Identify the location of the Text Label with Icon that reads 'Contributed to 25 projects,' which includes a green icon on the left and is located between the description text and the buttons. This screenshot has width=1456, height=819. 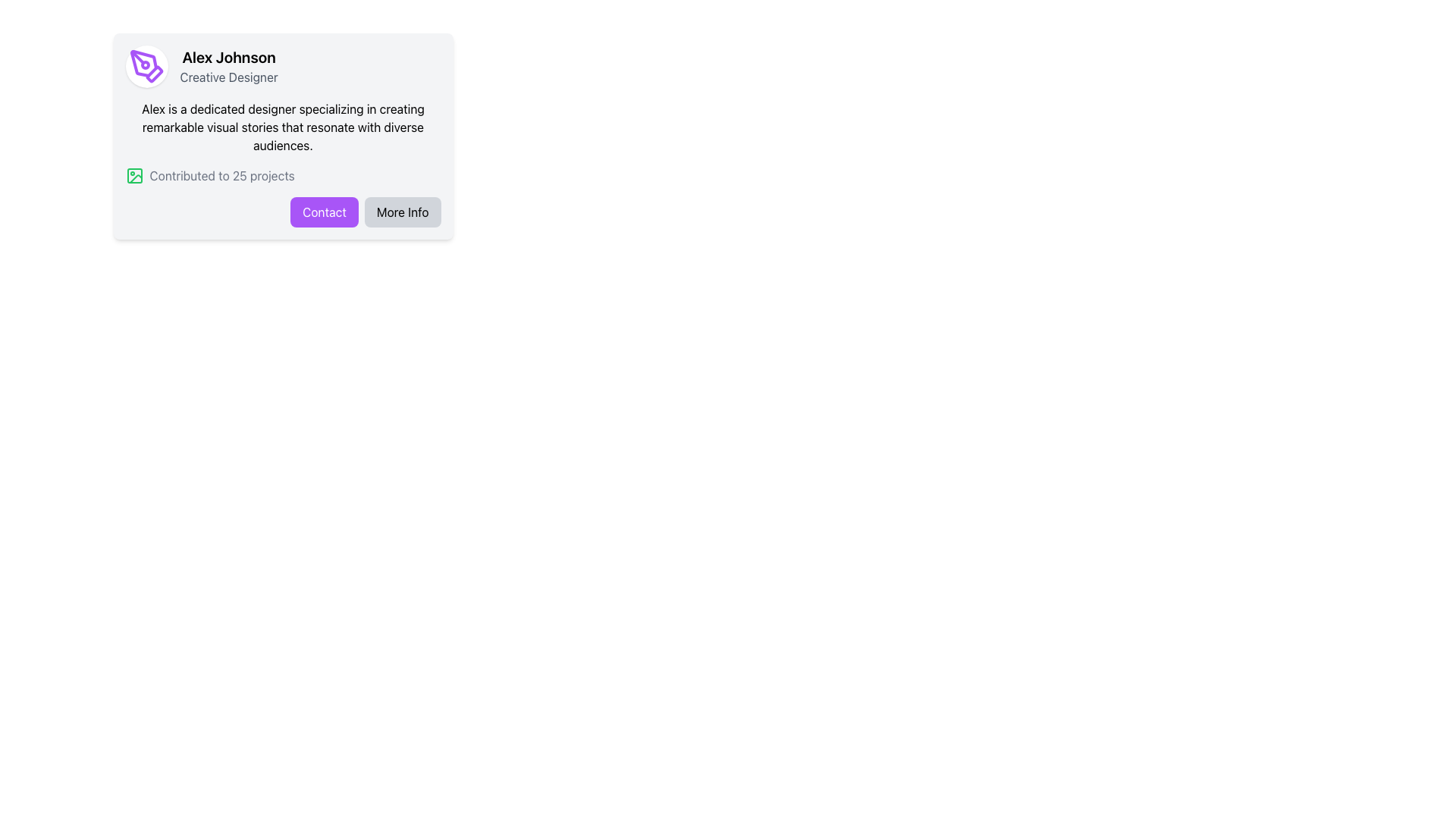
(283, 174).